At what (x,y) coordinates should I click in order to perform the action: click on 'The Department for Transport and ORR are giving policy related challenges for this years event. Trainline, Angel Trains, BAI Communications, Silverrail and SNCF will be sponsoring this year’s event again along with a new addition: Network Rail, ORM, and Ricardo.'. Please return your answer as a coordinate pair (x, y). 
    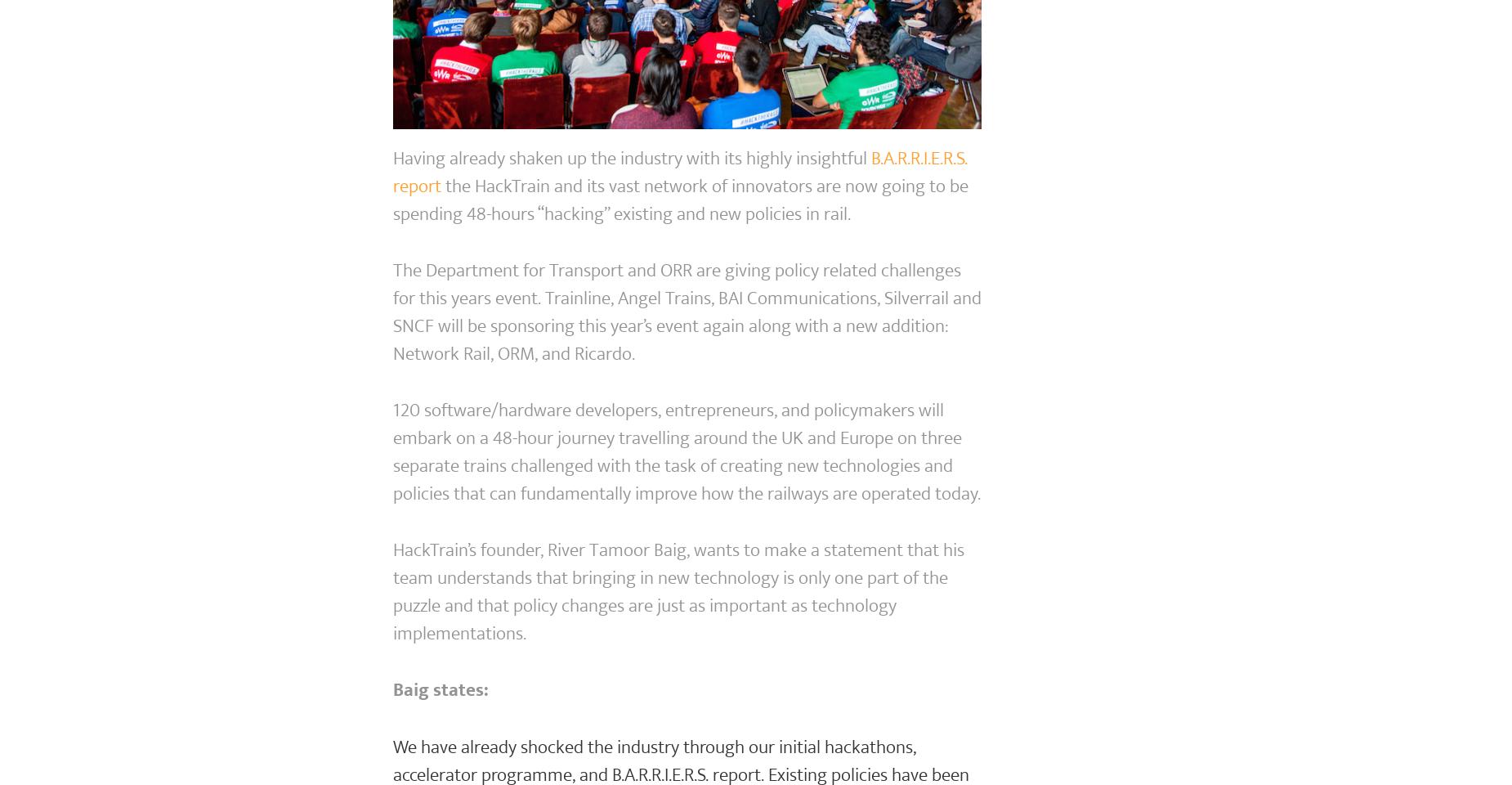
    Looking at the image, I should click on (687, 311).